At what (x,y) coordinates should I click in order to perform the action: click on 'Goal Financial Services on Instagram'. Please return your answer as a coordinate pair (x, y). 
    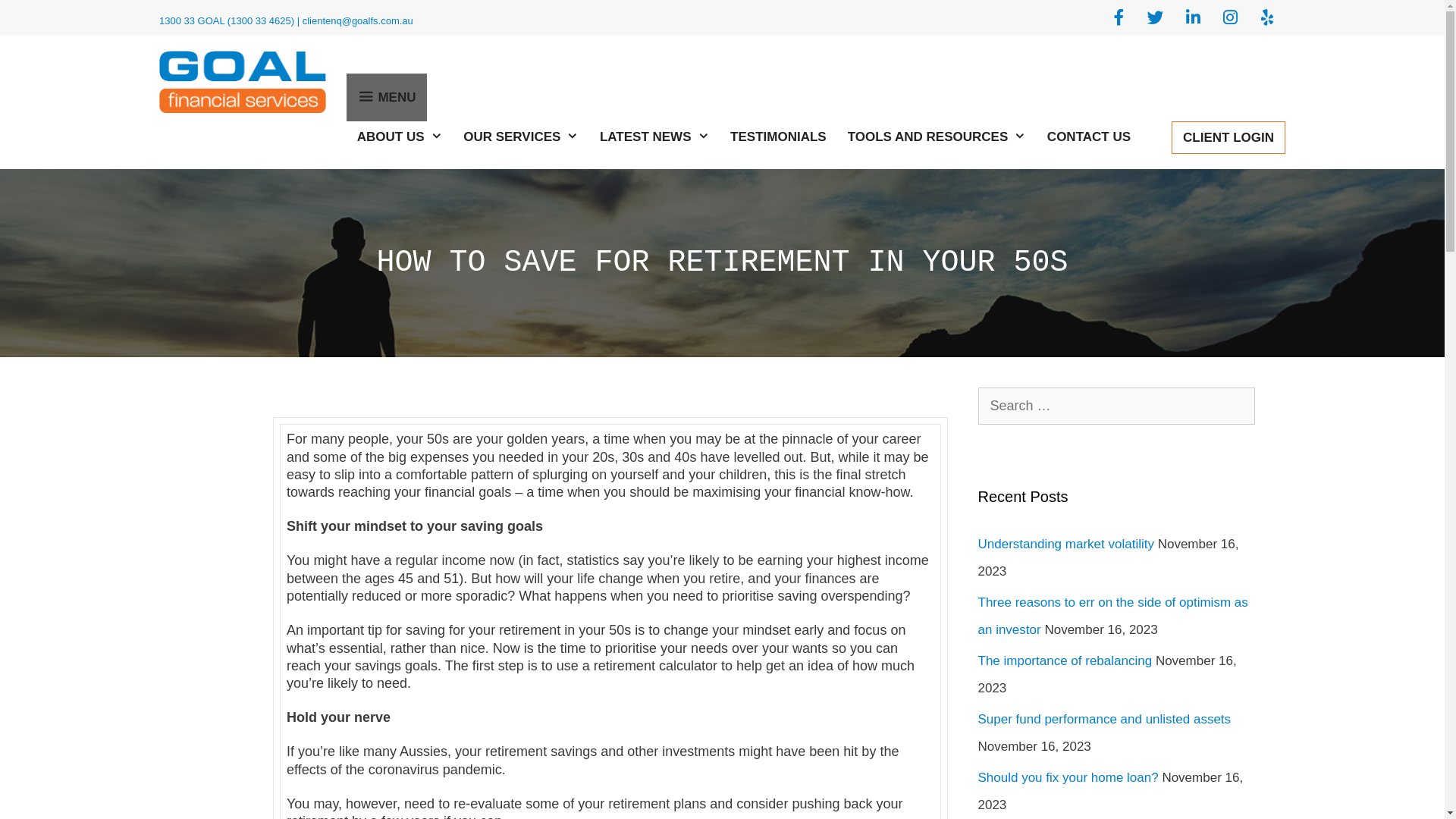
    Looking at the image, I should click on (1230, 17).